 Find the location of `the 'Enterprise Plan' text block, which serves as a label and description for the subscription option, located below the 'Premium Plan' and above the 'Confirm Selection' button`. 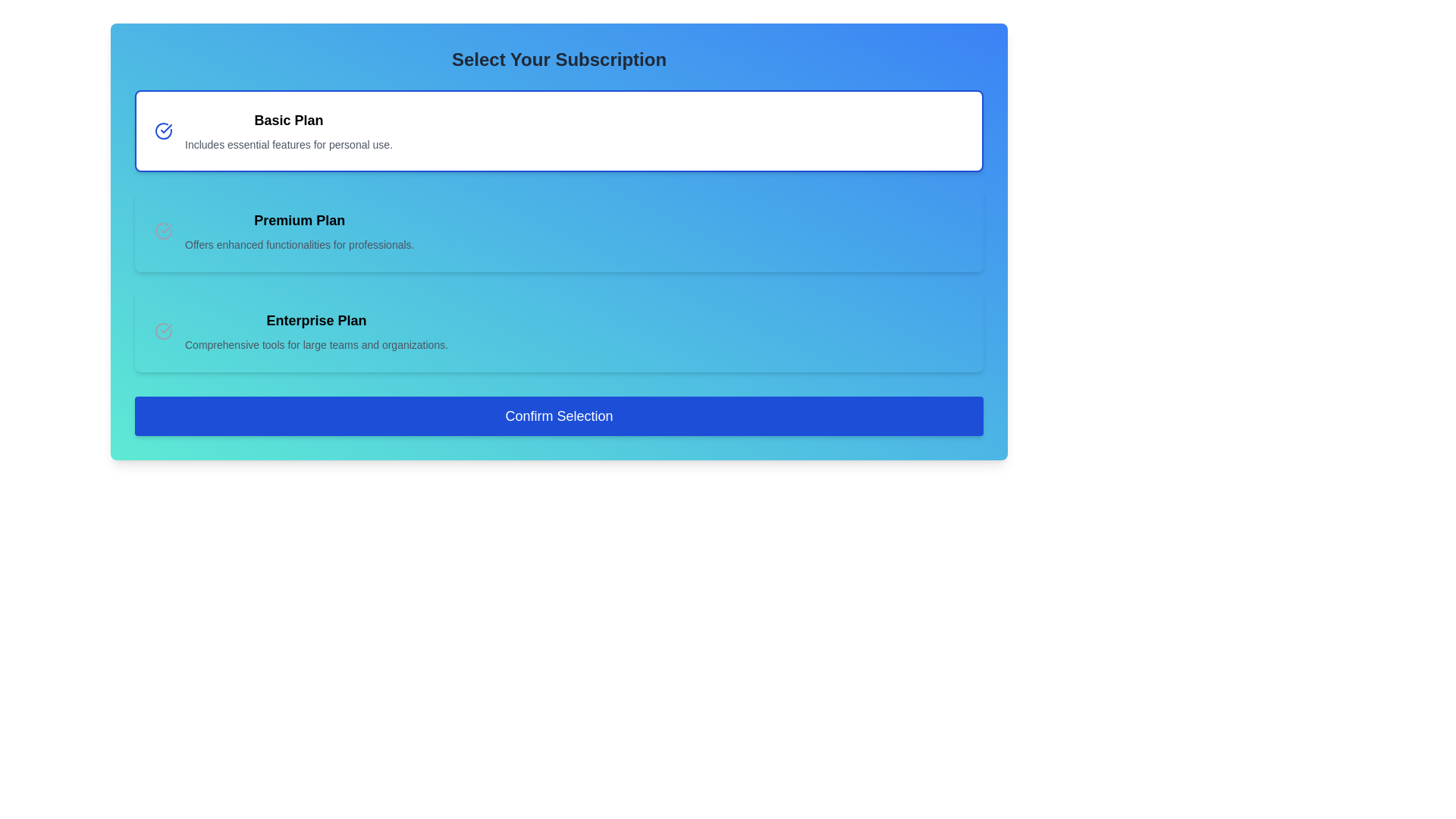

the 'Enterprise Plan' text block, which serves as a label and description for the subscription option, located below the 'Premium Plan' and above the 'Confirm Selection' button is located at coordinates (315, 330).